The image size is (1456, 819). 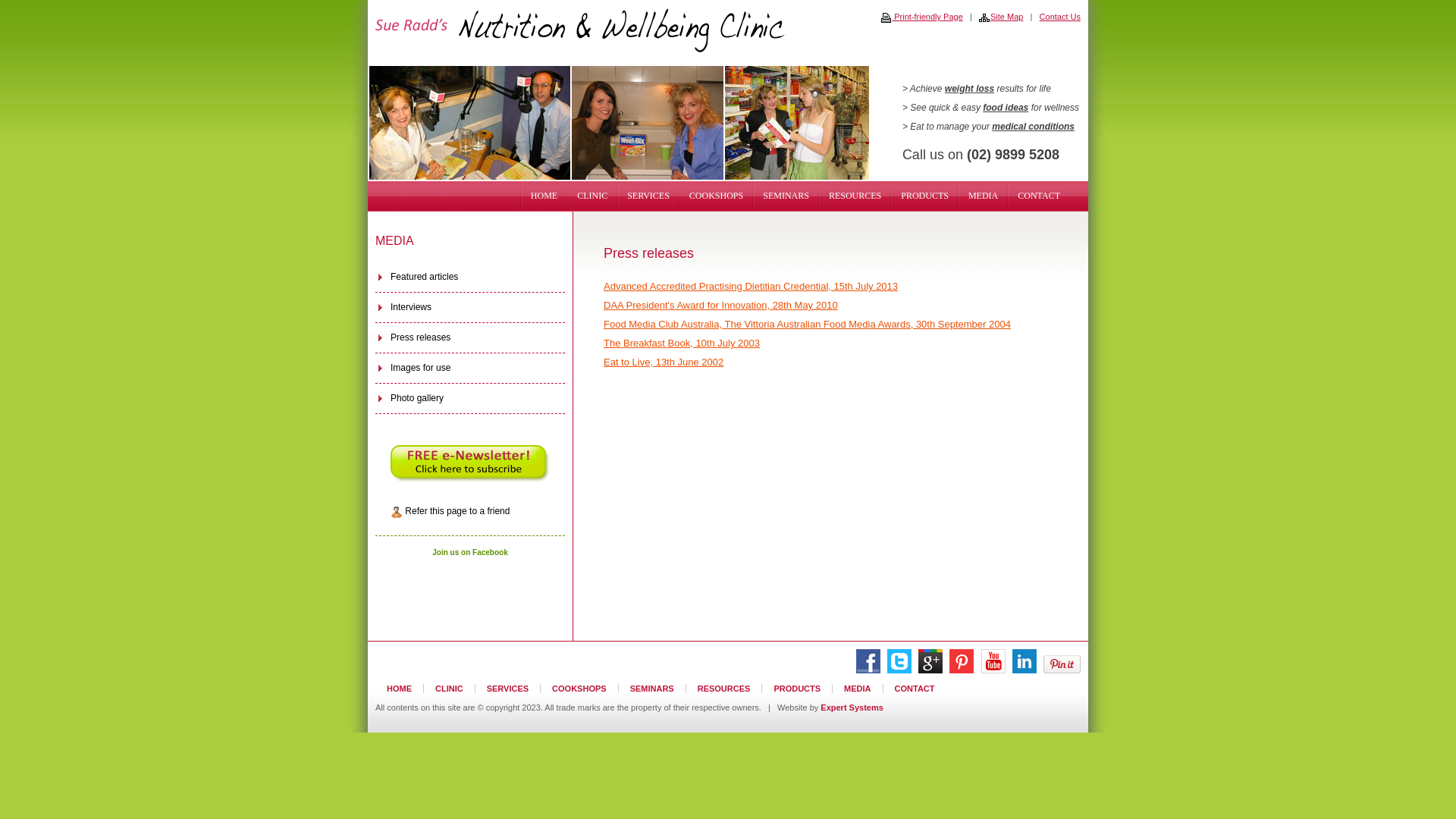 I want to click on 'HOME', so click(x=521, y=195).